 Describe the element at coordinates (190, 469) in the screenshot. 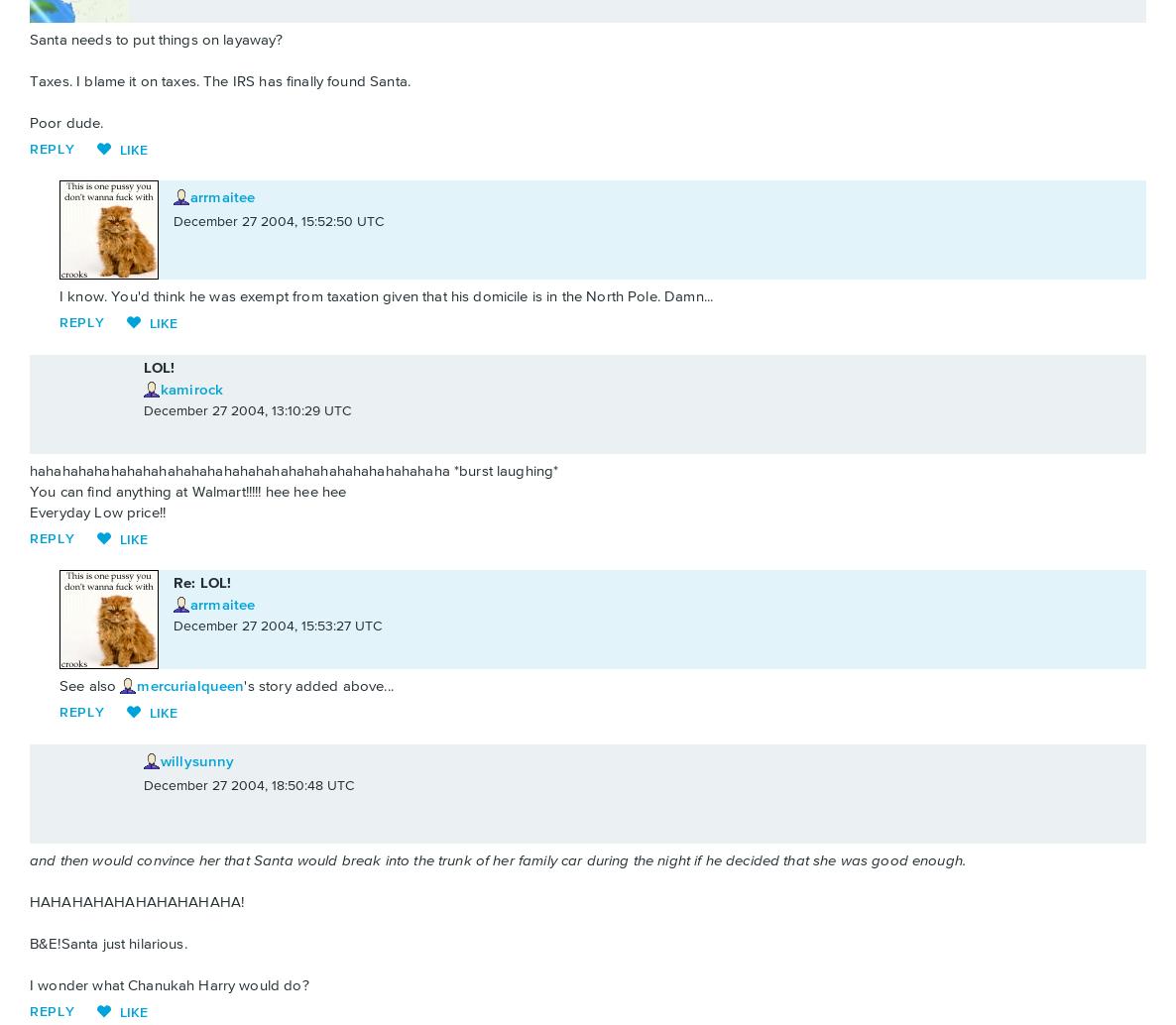

I see `'hahahahahahahahahahahahahahahahahahahaha'` at that location.